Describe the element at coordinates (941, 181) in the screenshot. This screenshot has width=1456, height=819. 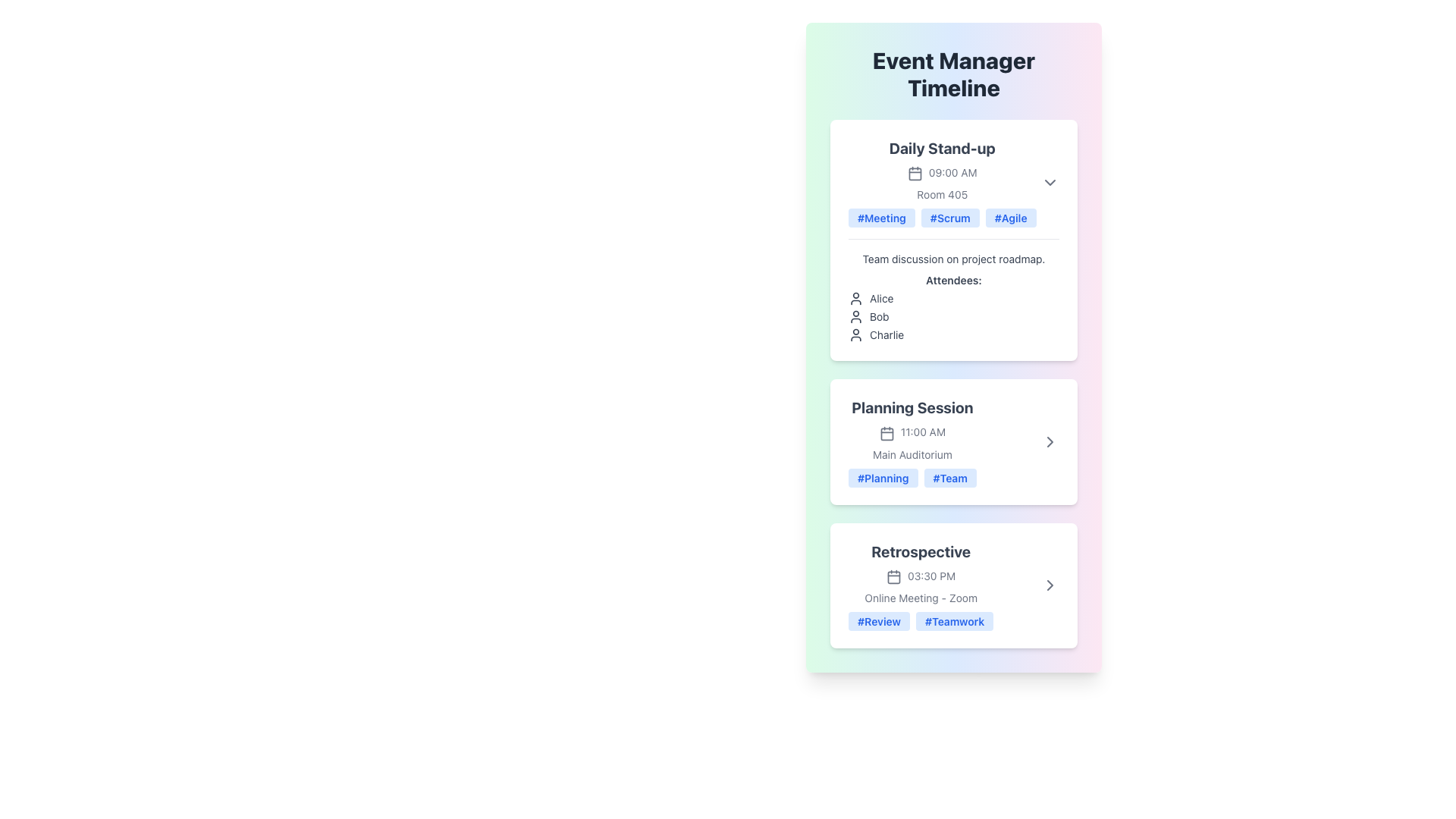
I see `event name from the group titled 'Daily Stand-up', which includes the time '09:00 AM' and location 'Room 405'` at that location.